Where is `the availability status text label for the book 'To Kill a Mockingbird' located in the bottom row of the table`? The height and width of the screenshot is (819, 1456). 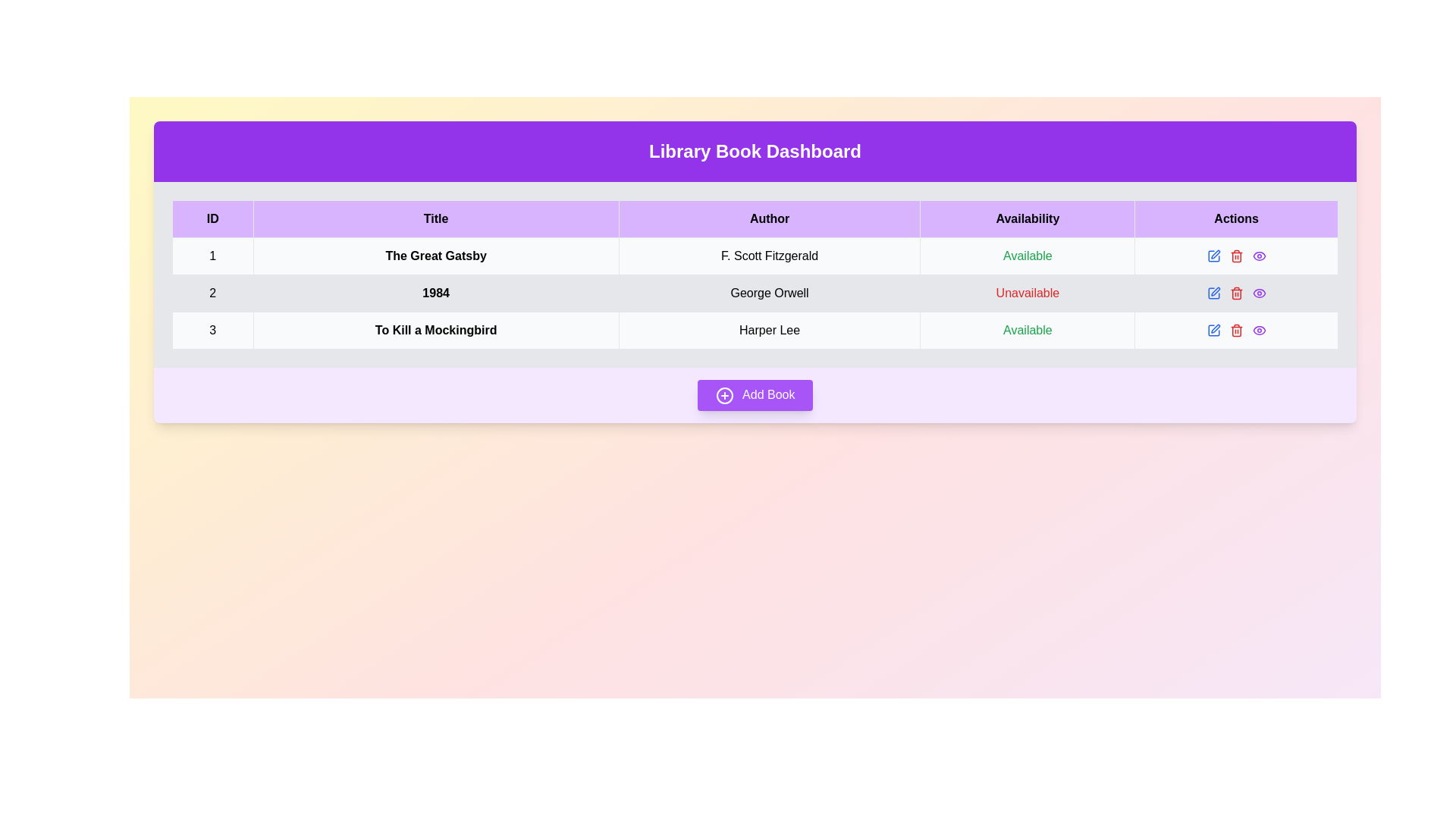
the availability status text label for the book 'To Kill a Mockingbird' located in the bottom row of the table is located at coordinates (1028, 329).